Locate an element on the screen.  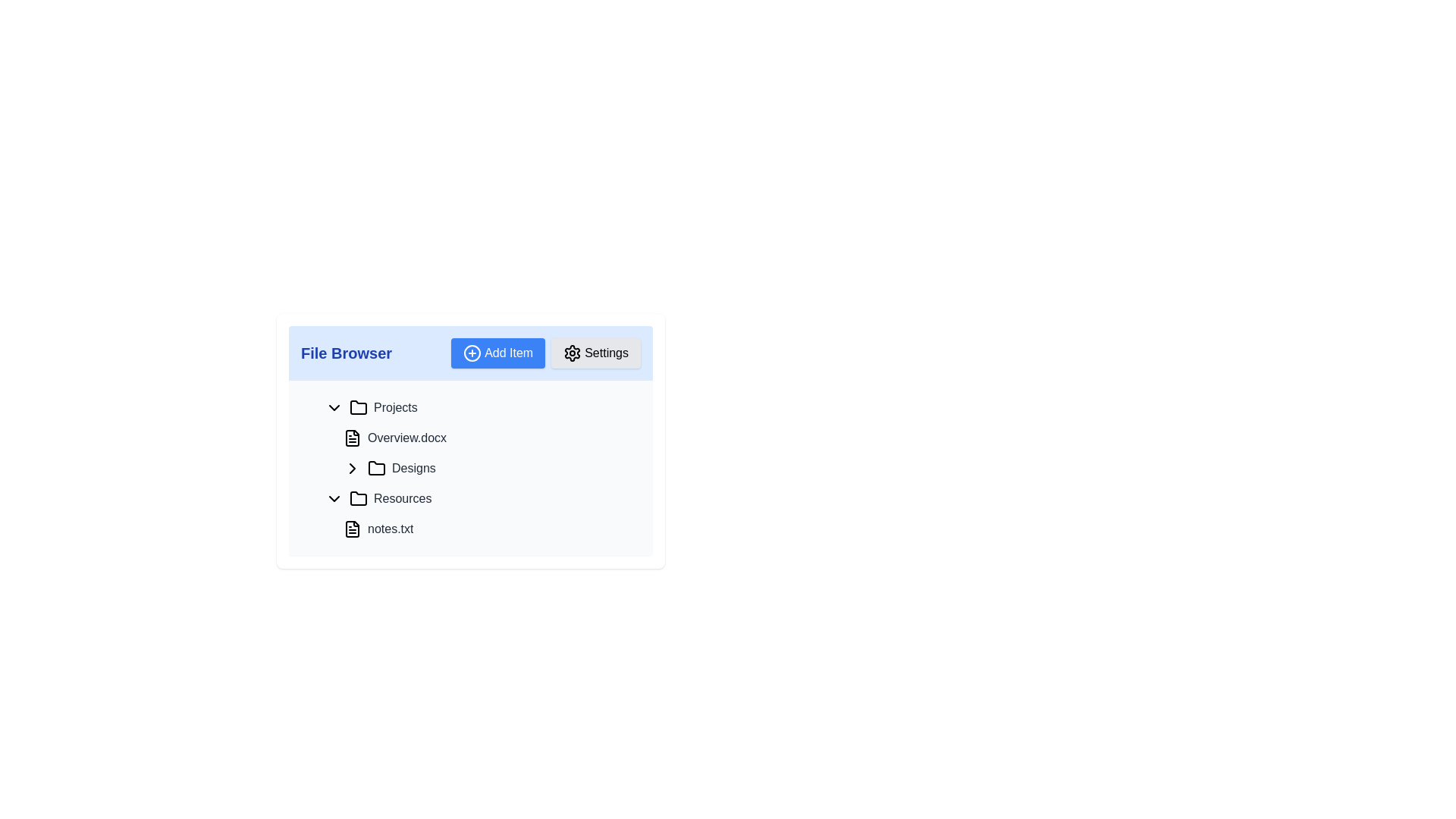
the folder icon representing the 'Resources' category in the file management system, located slightly above the 'notes.txt' entry is located at coordinates (358, 497).